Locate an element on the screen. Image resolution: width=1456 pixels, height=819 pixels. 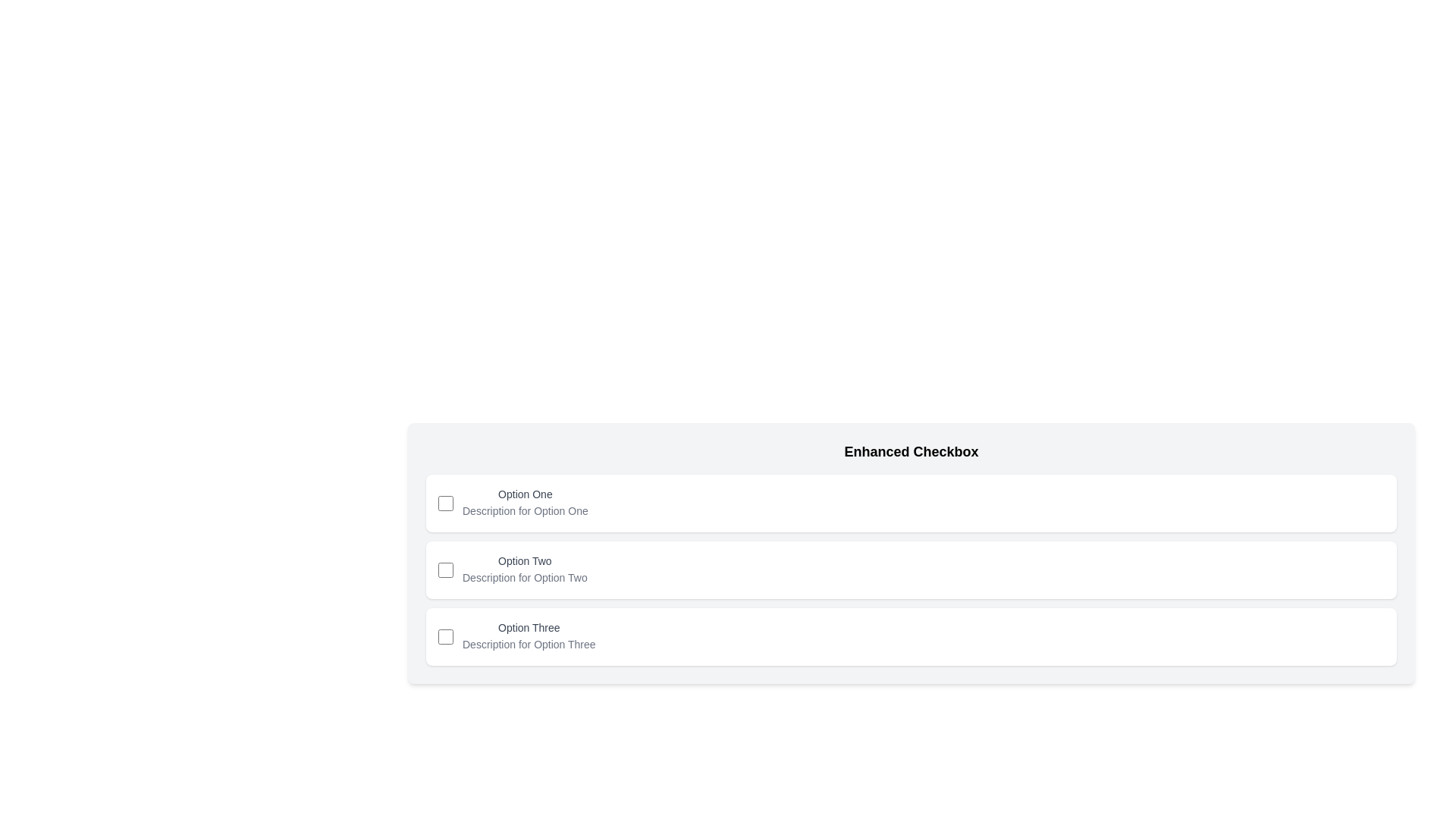
the Text header that serves as a title for the group of checkbox options preceding 'Option One', 'Option Two', and 'Option Three' is located at coordinates (910, 451).